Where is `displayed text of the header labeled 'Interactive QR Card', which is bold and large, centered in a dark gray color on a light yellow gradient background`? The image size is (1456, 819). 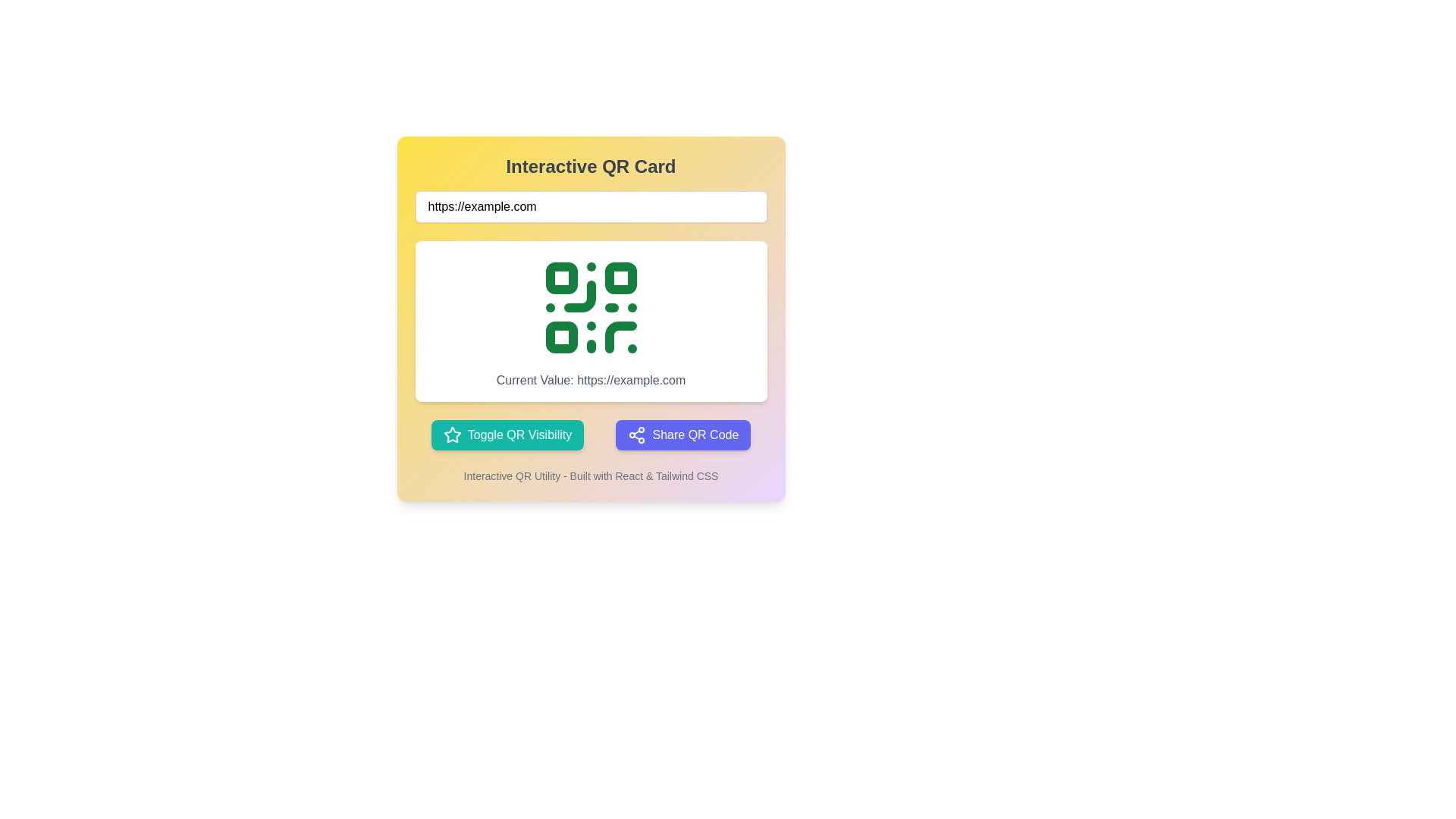 displayed text of the header labeled 'Interactive QR Card', which is bold and large, centered in a dark gray color on a light yellow gradient background is located at coordinates (590, 166).